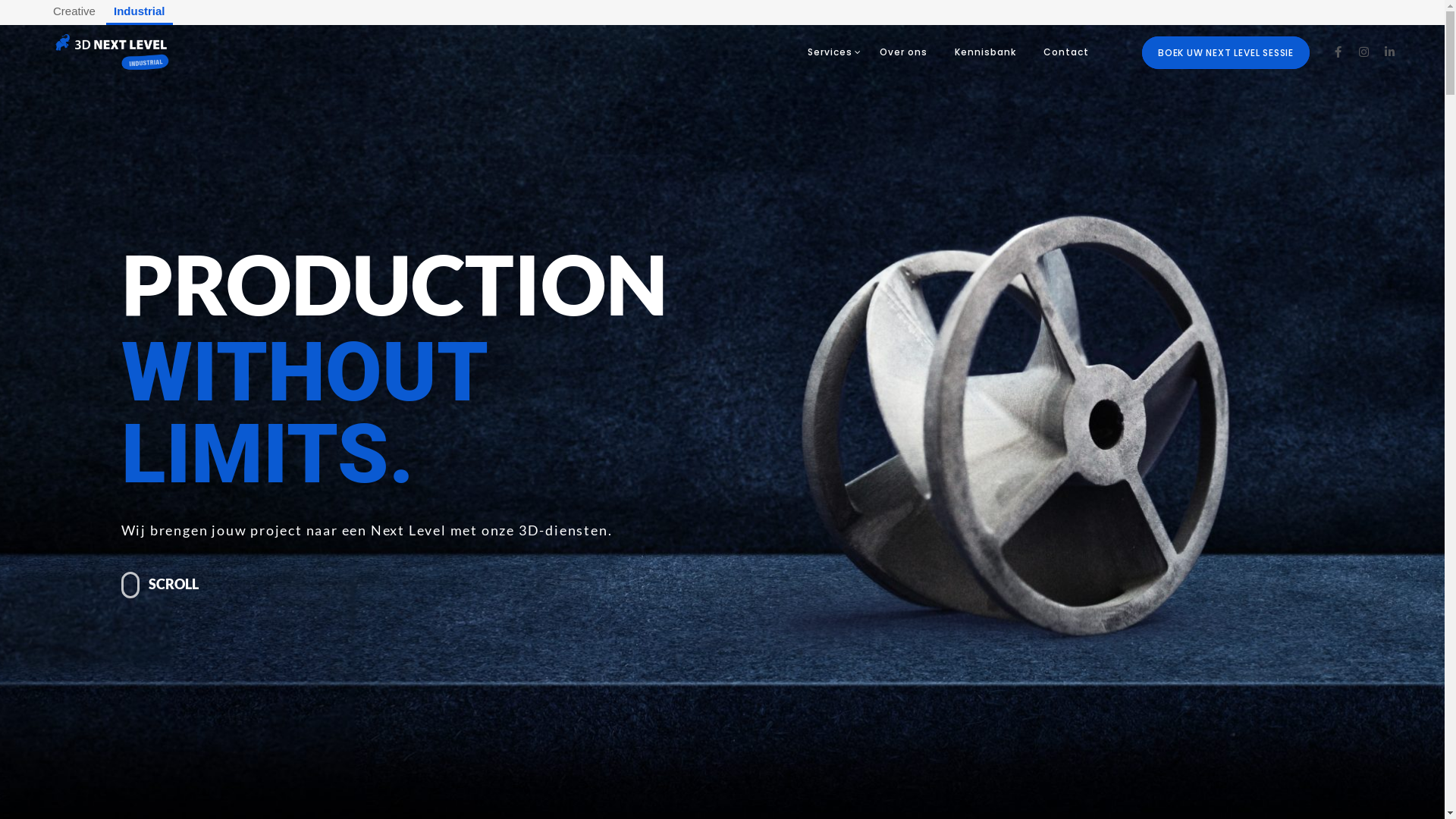  Describe the element at coordinates (1065, 51) in the screenshot. I see `'Contact'` at that location.